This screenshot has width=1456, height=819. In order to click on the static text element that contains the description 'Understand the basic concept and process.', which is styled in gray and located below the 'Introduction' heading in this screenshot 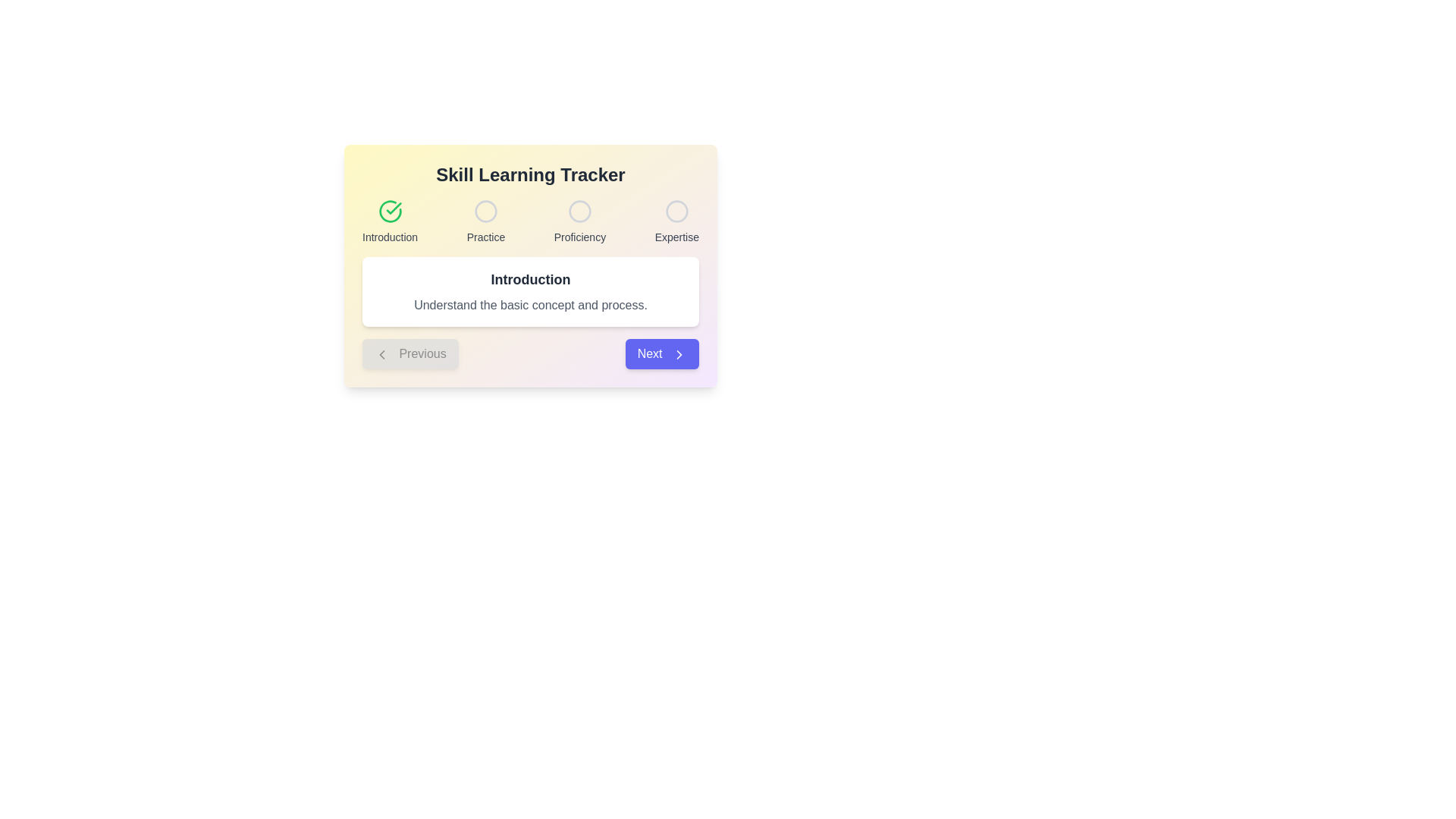, I will do `click(531, 305)`.